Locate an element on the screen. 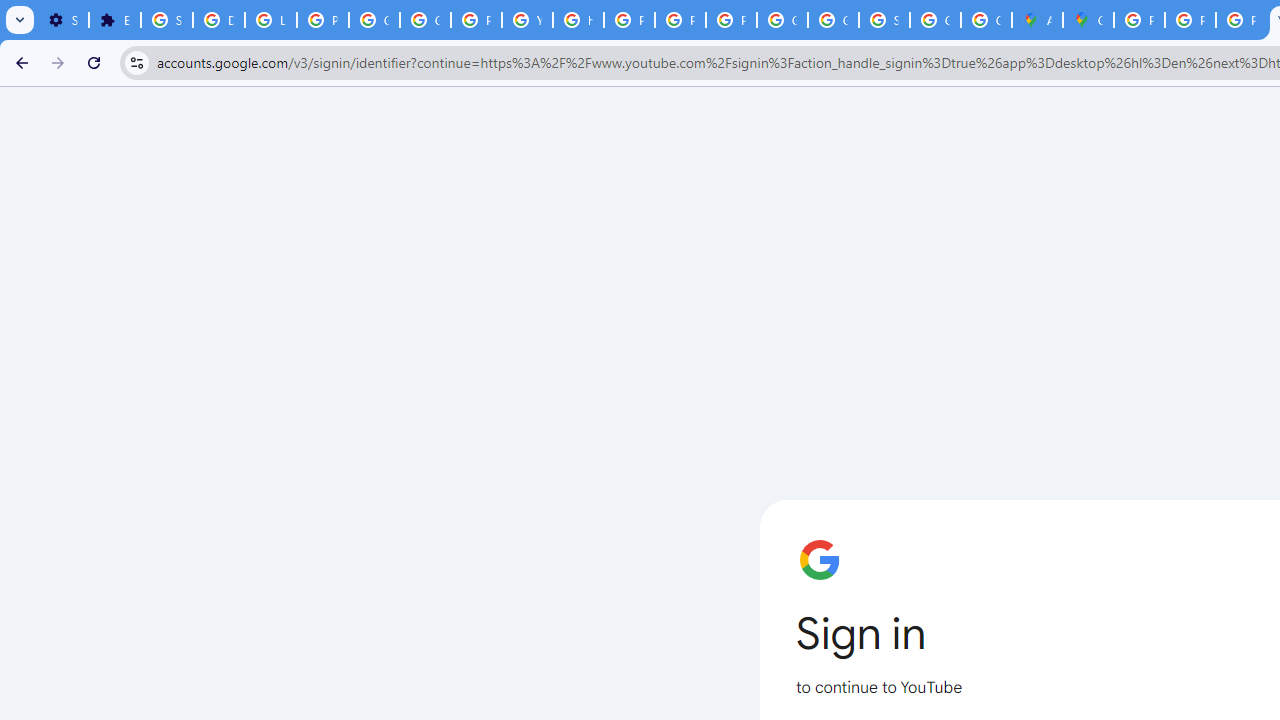 The image size is (1280, 720). 'Google Account Help' is located at coordinates (375, 20).